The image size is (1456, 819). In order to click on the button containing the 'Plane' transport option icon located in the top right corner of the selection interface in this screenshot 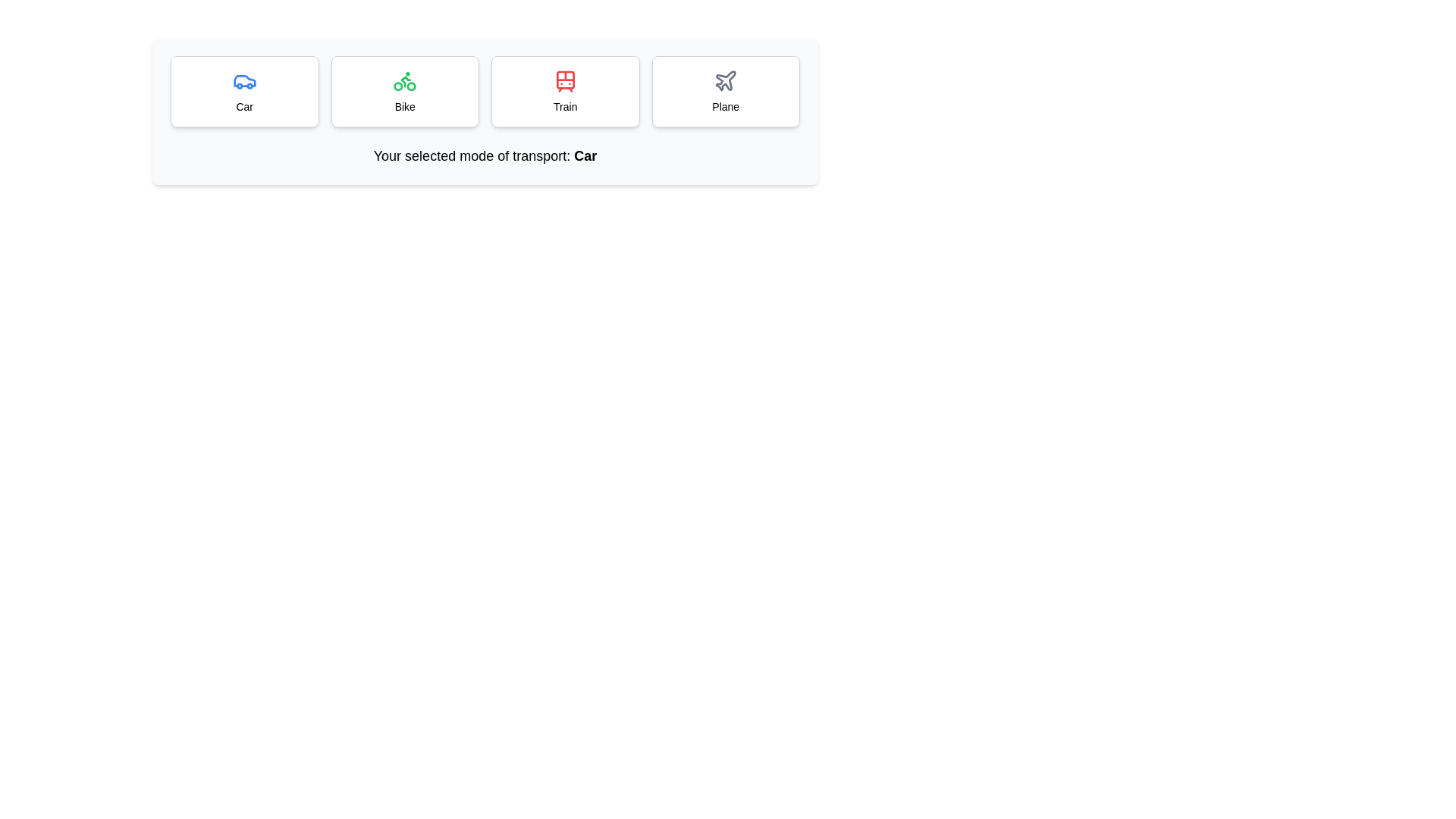, I will do `click(725, 80)`.